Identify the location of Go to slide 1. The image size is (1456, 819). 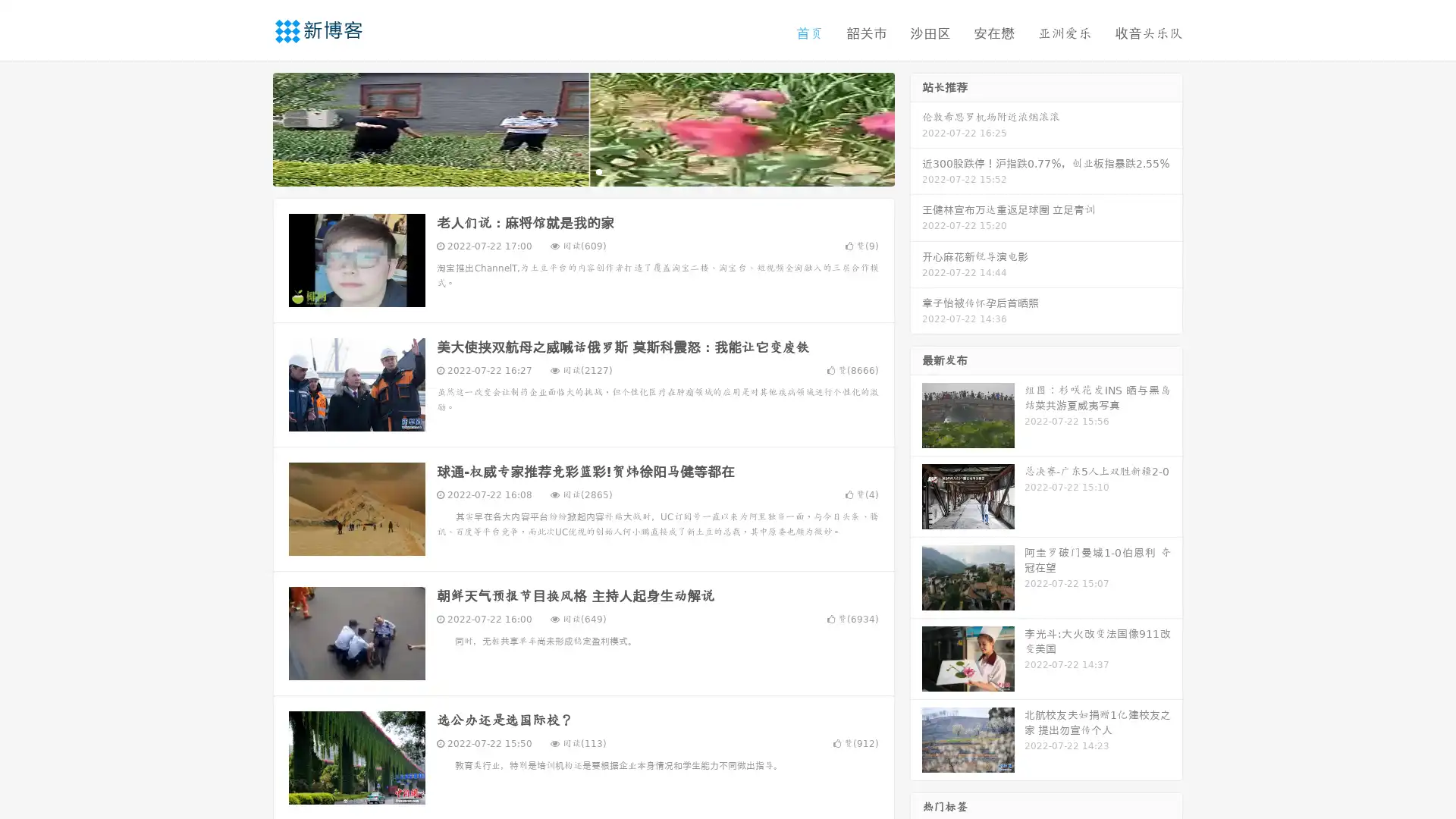
(567, 171).